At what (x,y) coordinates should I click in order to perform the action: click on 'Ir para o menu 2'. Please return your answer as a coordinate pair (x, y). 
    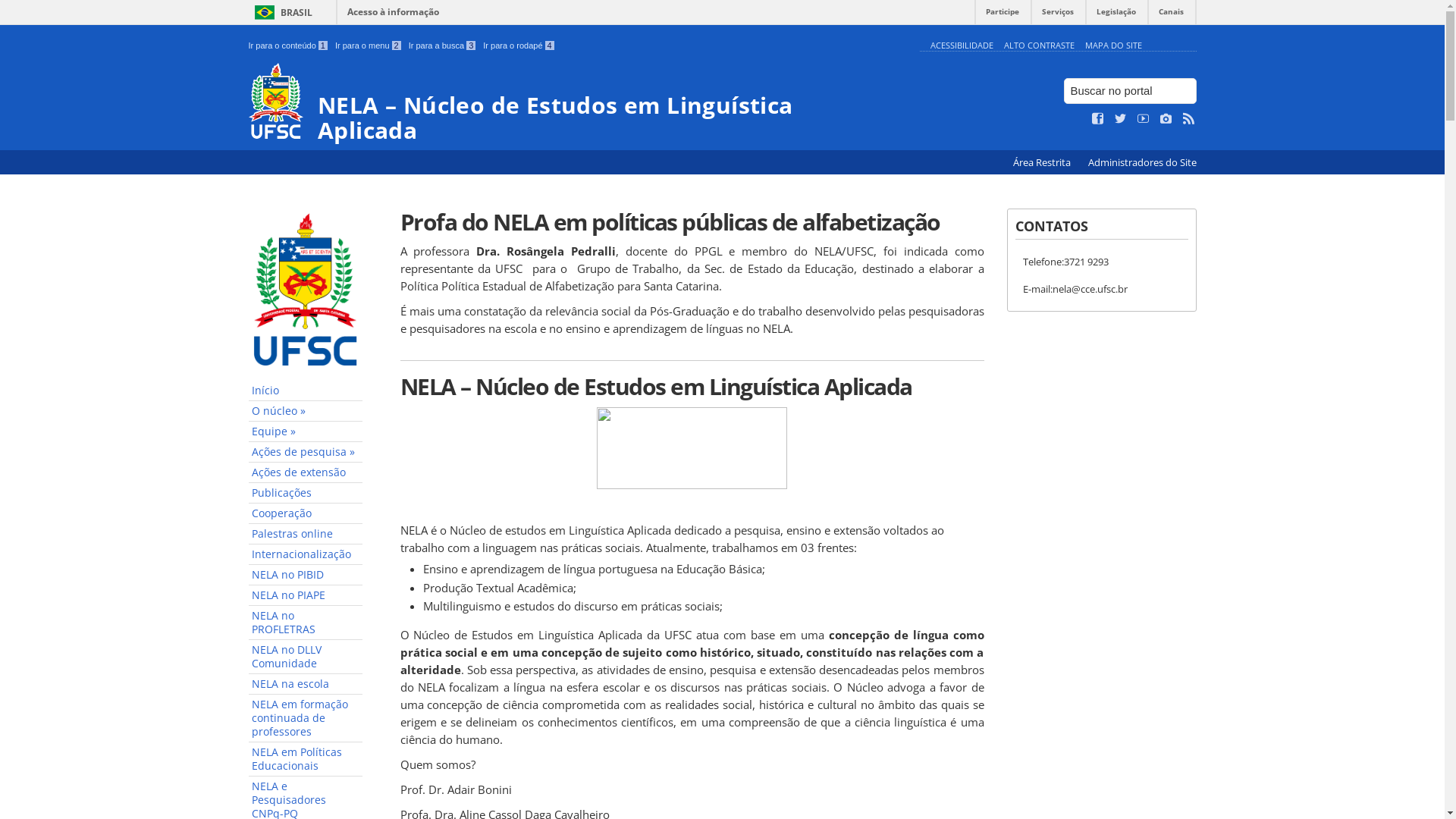
    Looking at the image, I should click on (334, 45).